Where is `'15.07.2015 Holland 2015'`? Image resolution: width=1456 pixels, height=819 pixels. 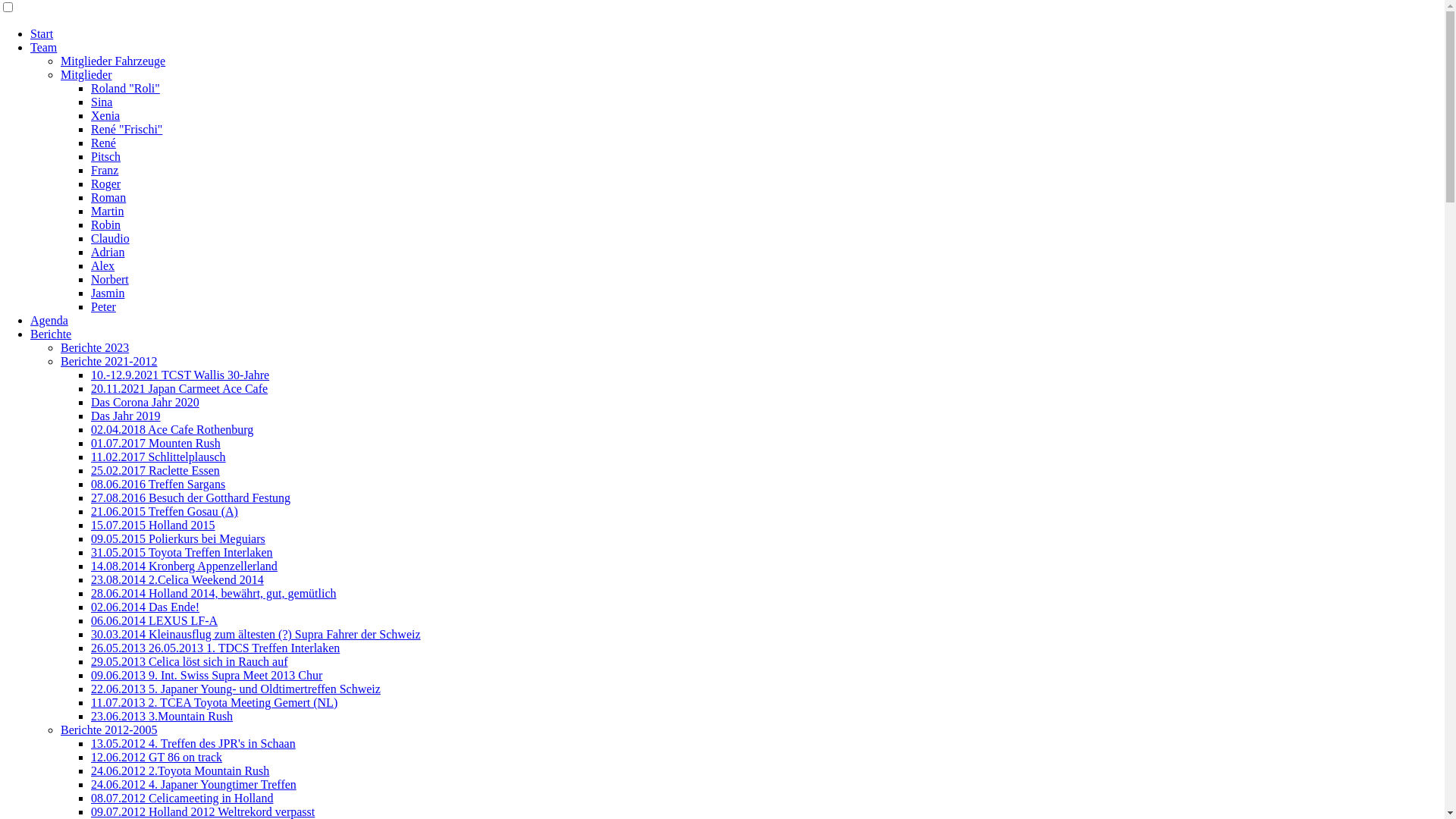
'15.07.2015 Holland 2015' is located at coordinates (90, 524).